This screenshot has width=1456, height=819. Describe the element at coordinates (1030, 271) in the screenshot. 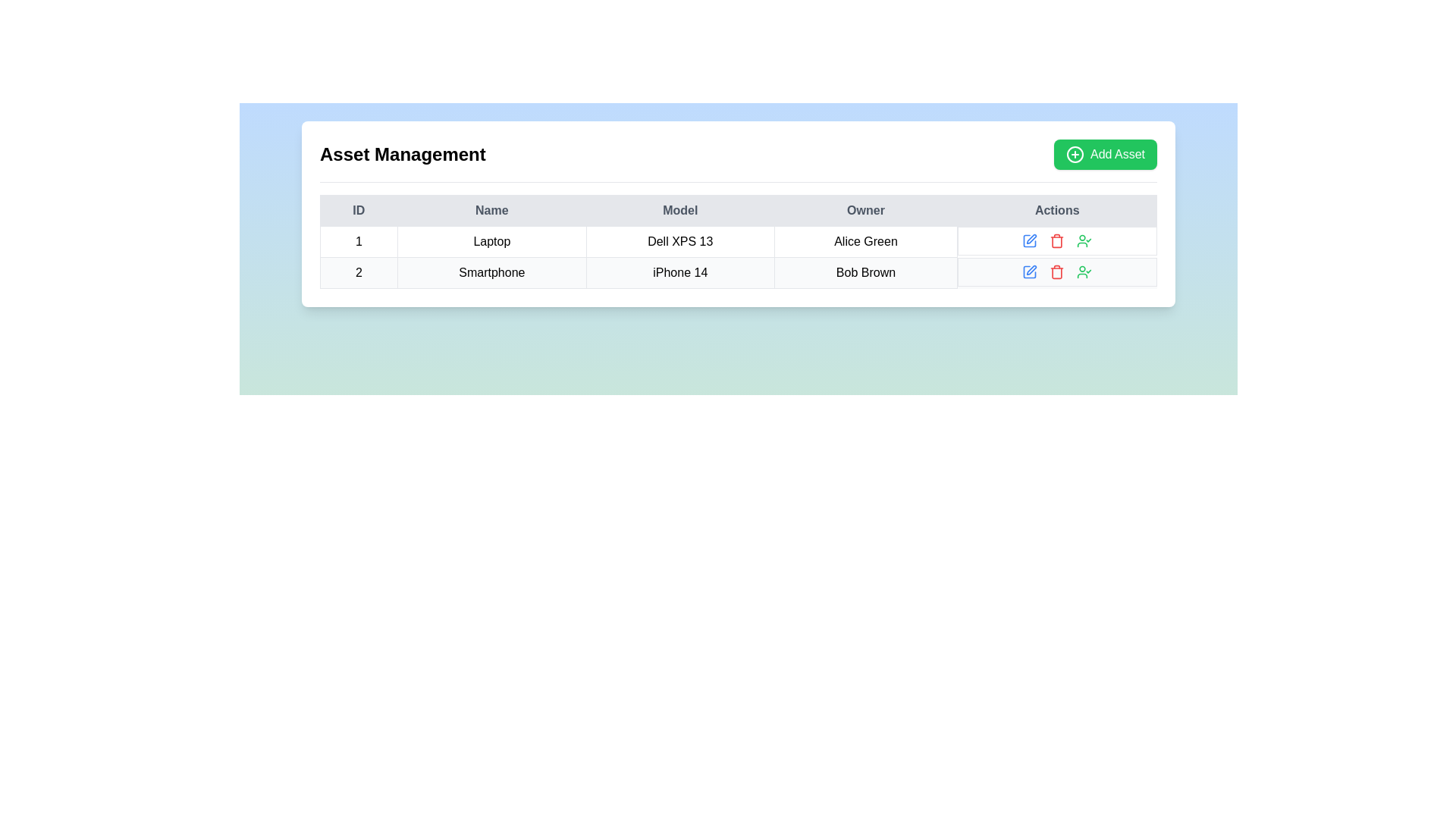

I see `the first interactive icon button in the second row of the 'Actions' column in the 'Asset Management' data table` at that location.